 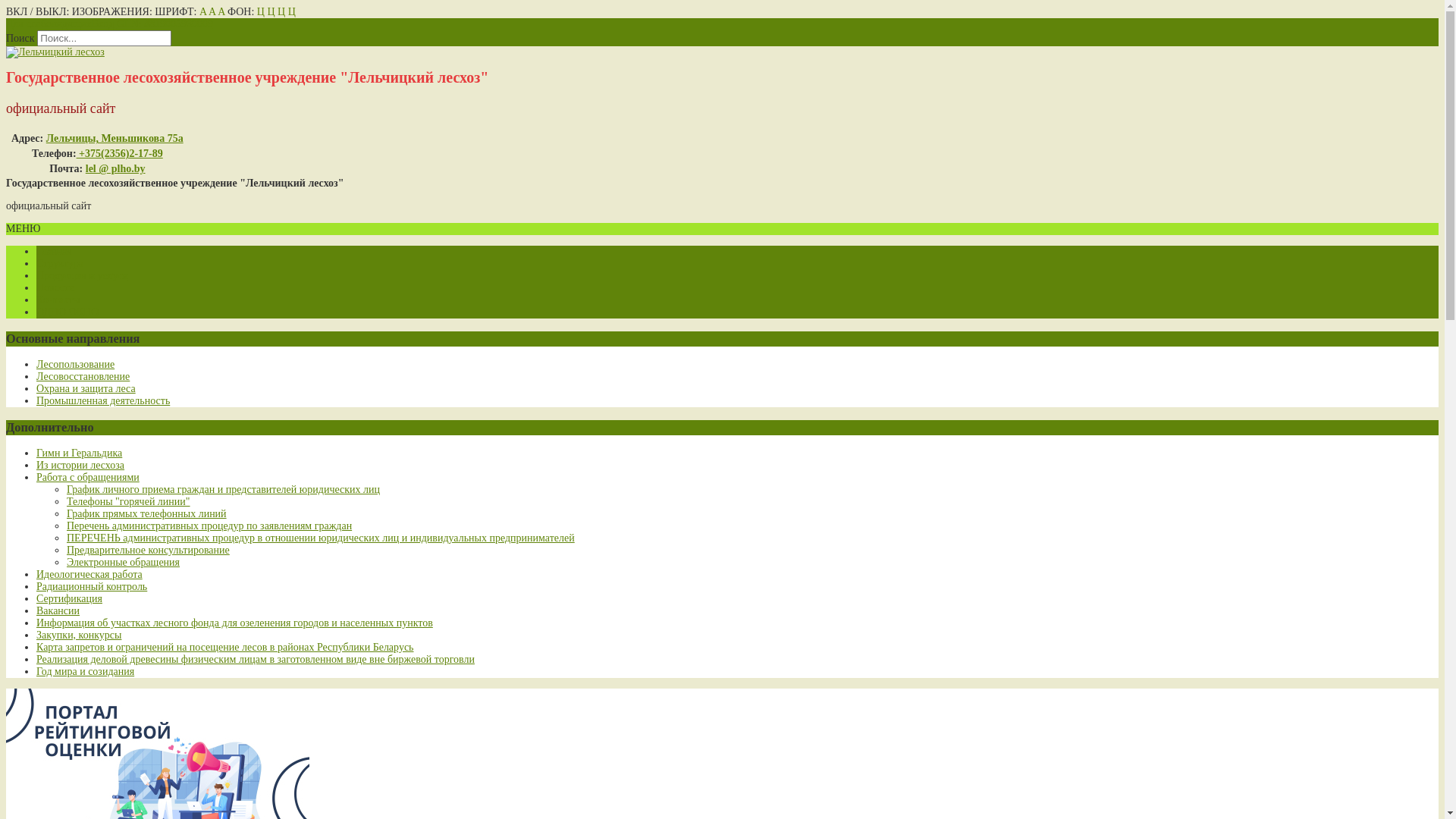 I want to click on 'A', so click(x=220, y=11).